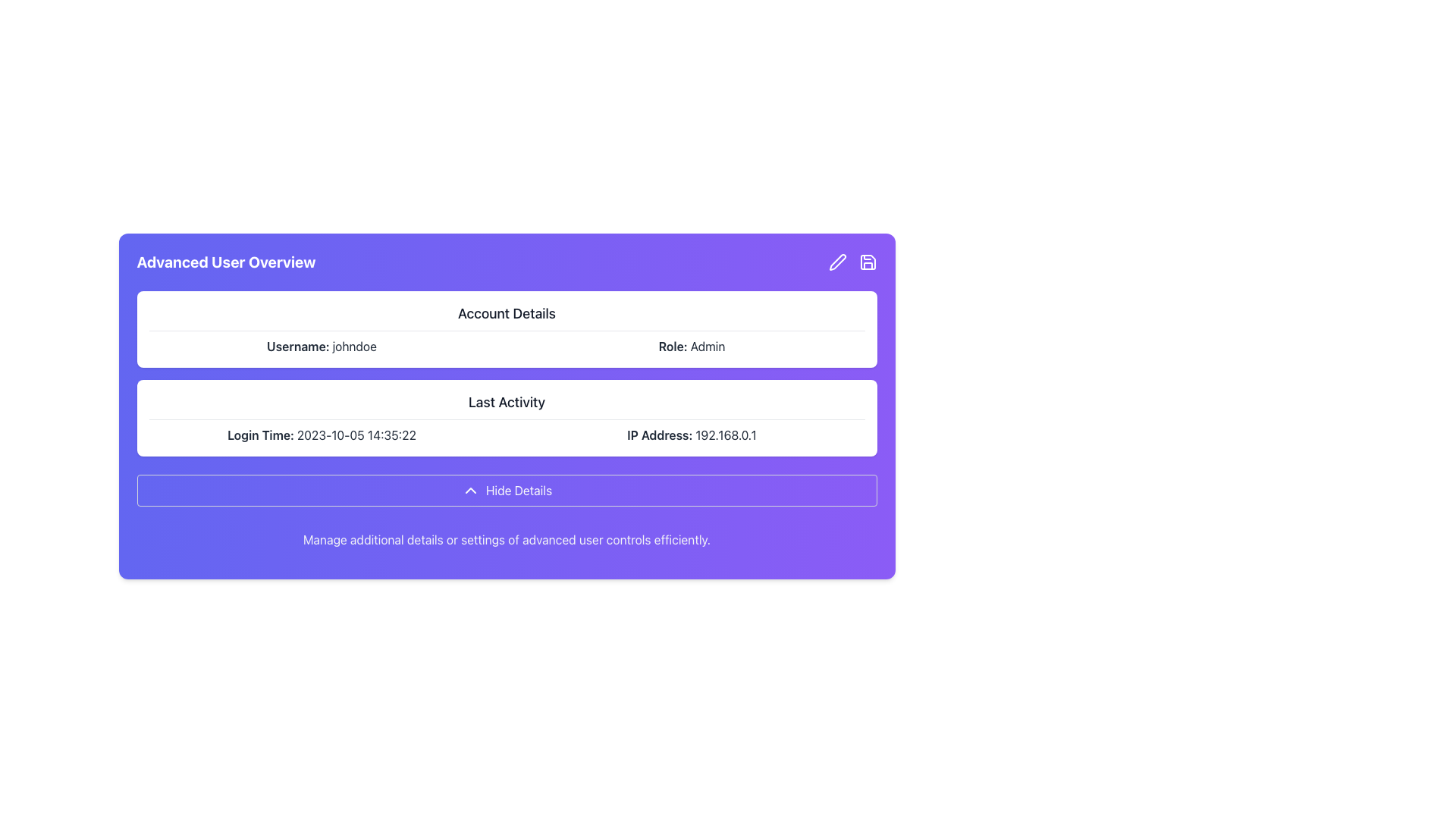 The image size is (1456, 819). Describe the element at coordinates (353, 346) in the screenshot. I see `the non-interactive text element displaying the username, located to the right of the 'Username:' label in the 'Account Details' section` at that location.